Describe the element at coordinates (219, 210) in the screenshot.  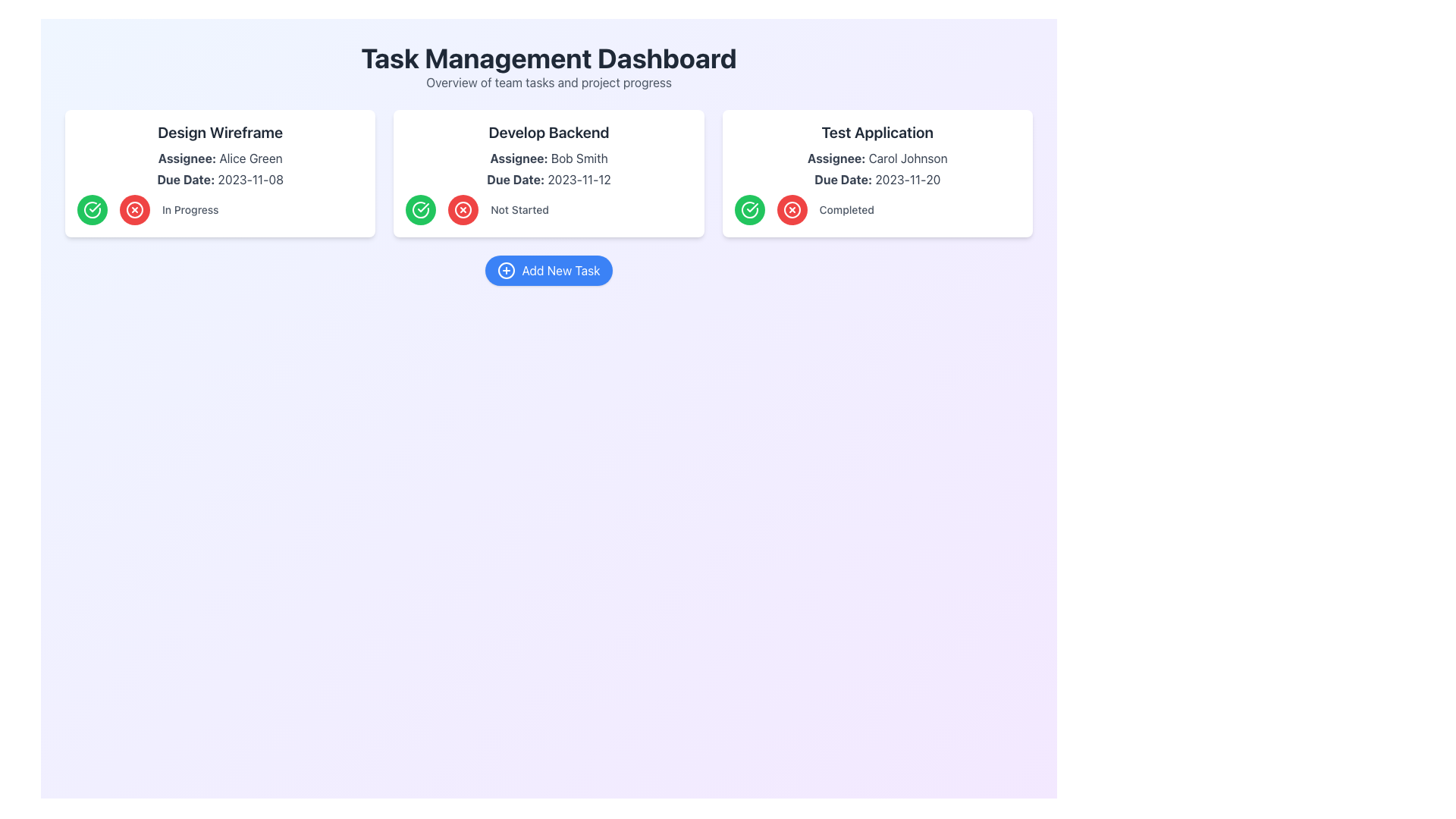
I see `the 'In Progress' text label that indicates the current status of the task, located at the bottom section of the task card titled 'Design Wireframe', centered between the green check button and the red cross button` at that location.